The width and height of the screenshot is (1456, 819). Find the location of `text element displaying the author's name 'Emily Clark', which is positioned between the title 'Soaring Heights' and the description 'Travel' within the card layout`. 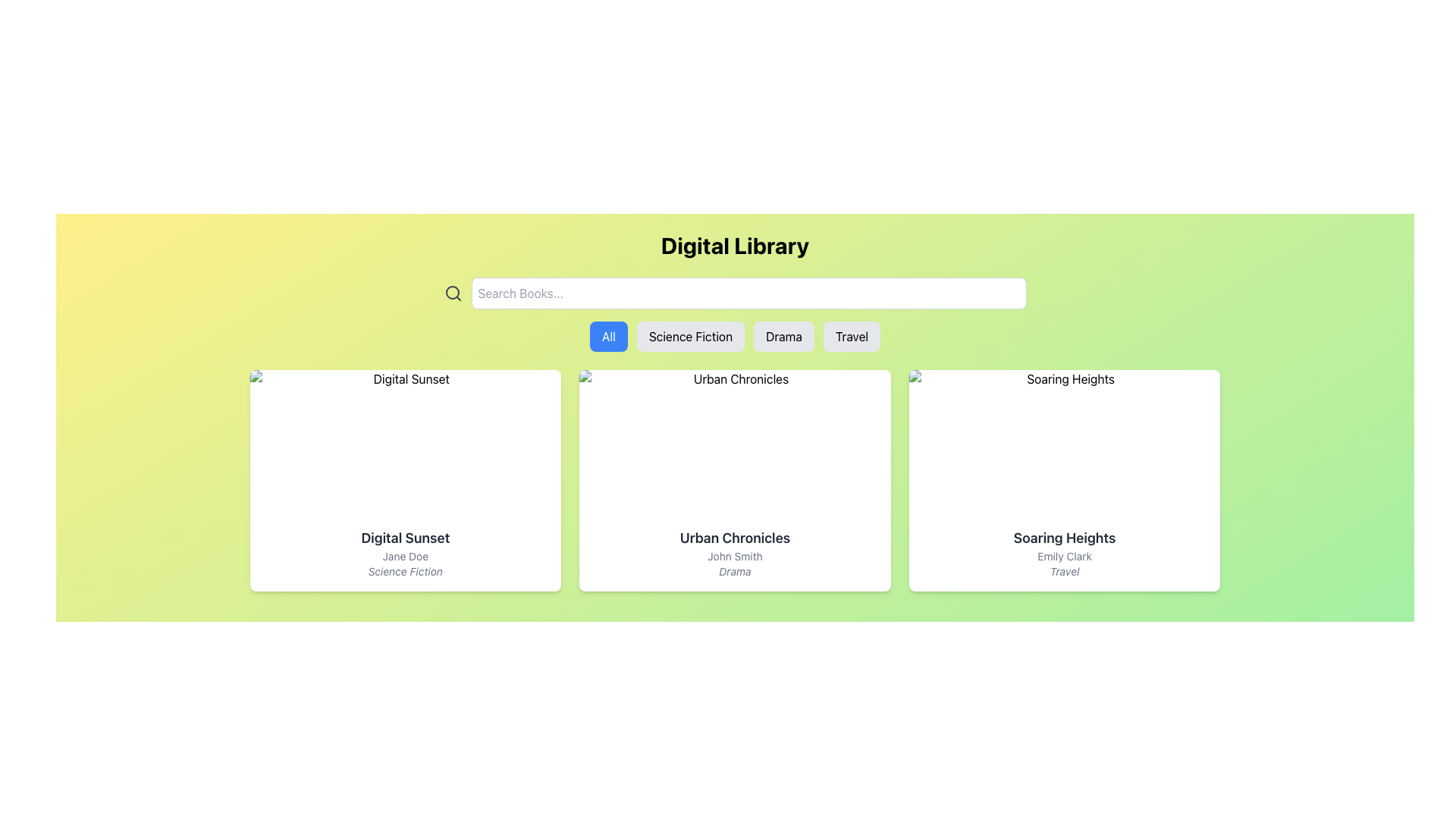

text element displaying the author's name 'Emily Clark', which is positioned between the title 'Soaring Heights' and the description 'Travel' within the card layout is located at coordinates (1064, 556).